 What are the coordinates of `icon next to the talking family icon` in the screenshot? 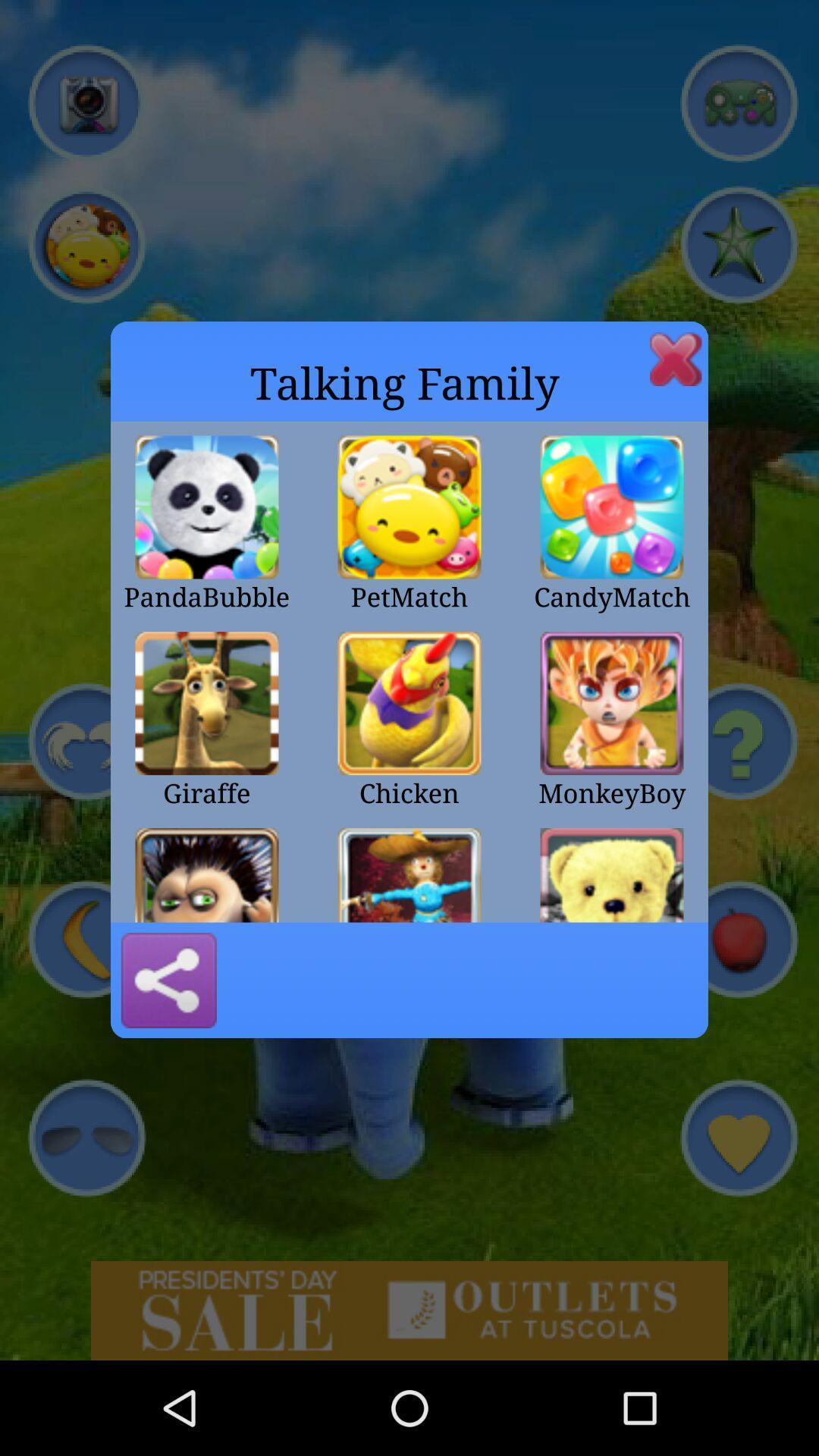 It's located at (675, 358).